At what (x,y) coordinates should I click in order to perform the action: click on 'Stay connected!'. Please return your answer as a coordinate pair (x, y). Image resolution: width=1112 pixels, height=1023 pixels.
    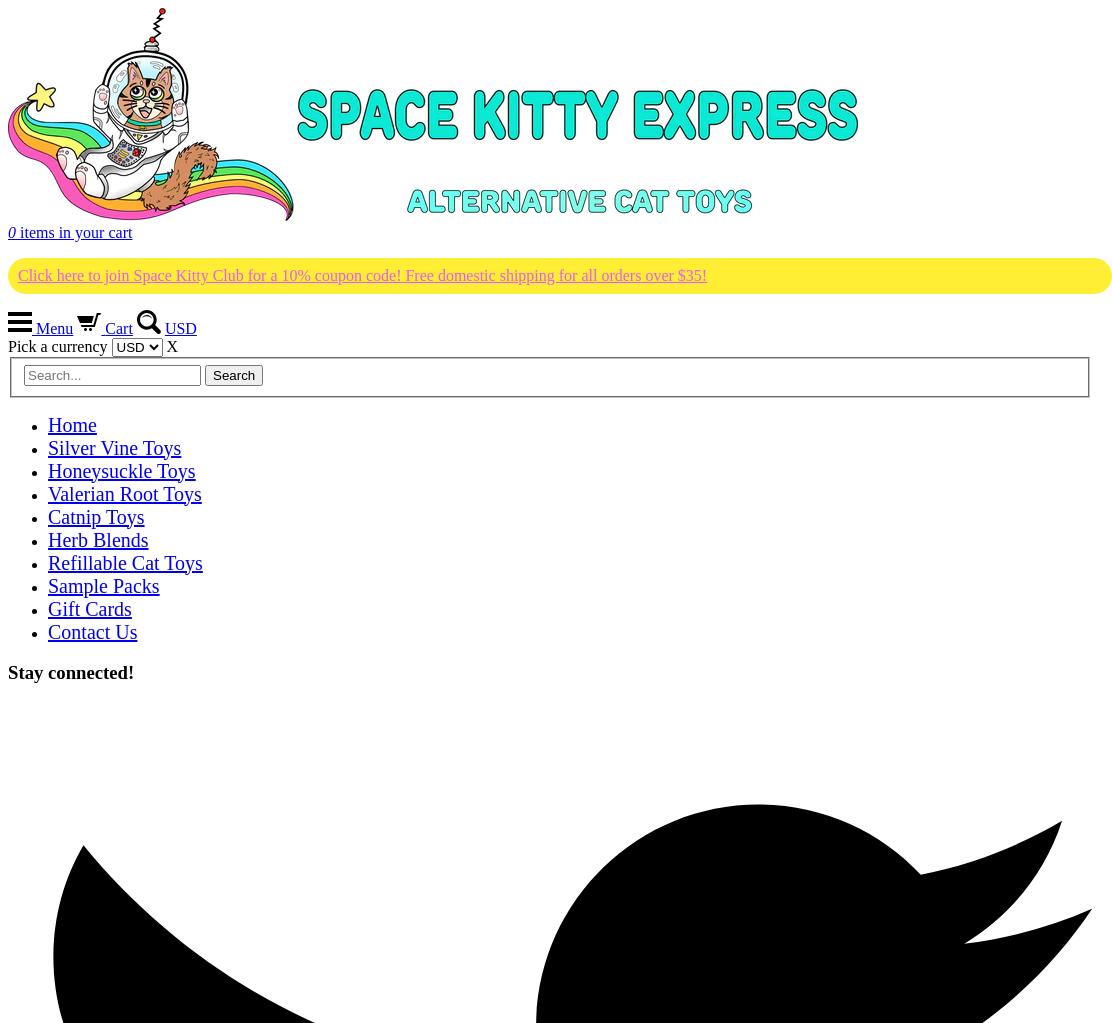
    Looking at the image, I should click on (70, 671).